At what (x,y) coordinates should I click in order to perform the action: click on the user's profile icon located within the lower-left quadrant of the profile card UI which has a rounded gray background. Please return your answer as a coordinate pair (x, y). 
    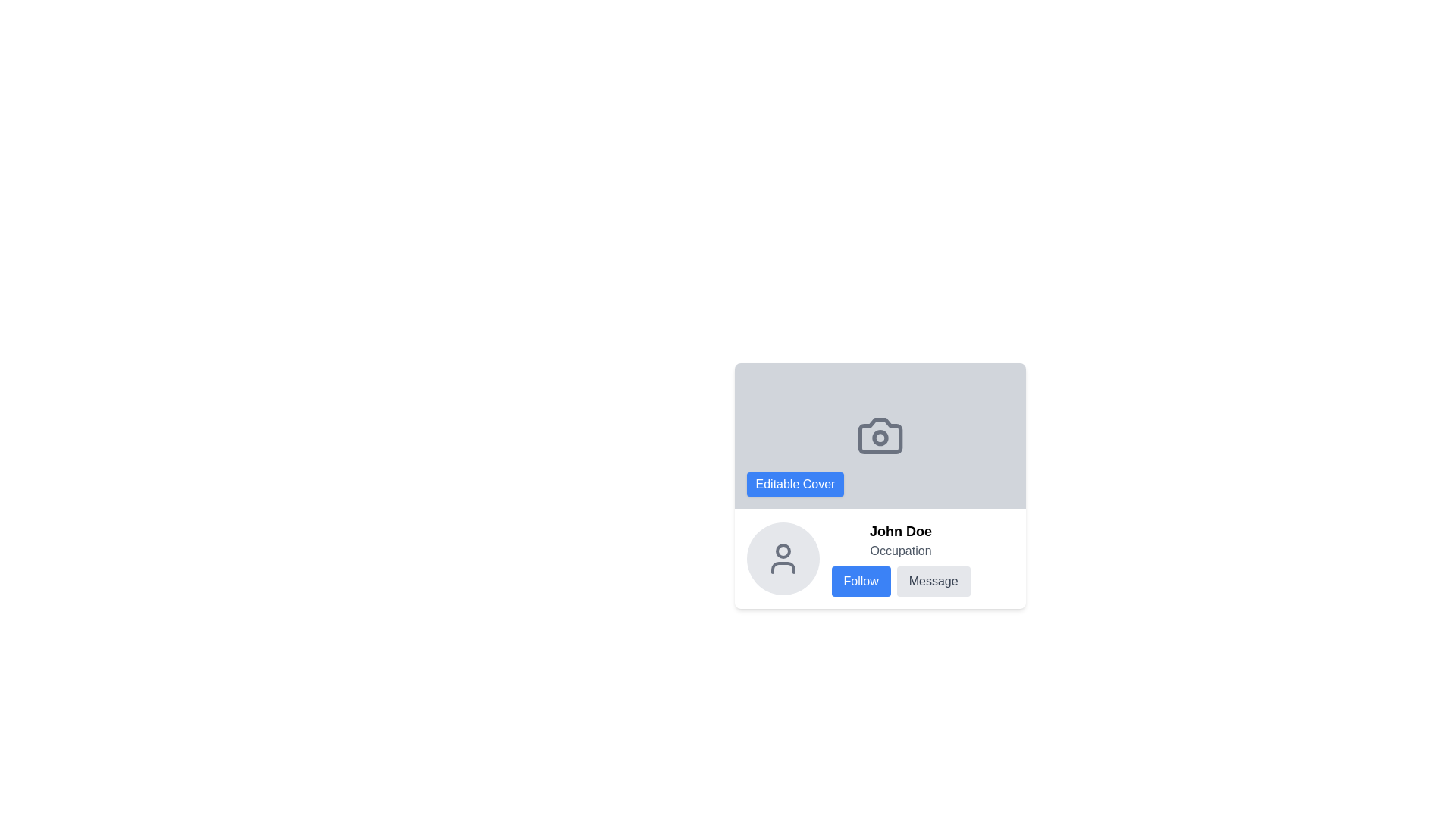
    Looking at the image, I should click on (783, 558).